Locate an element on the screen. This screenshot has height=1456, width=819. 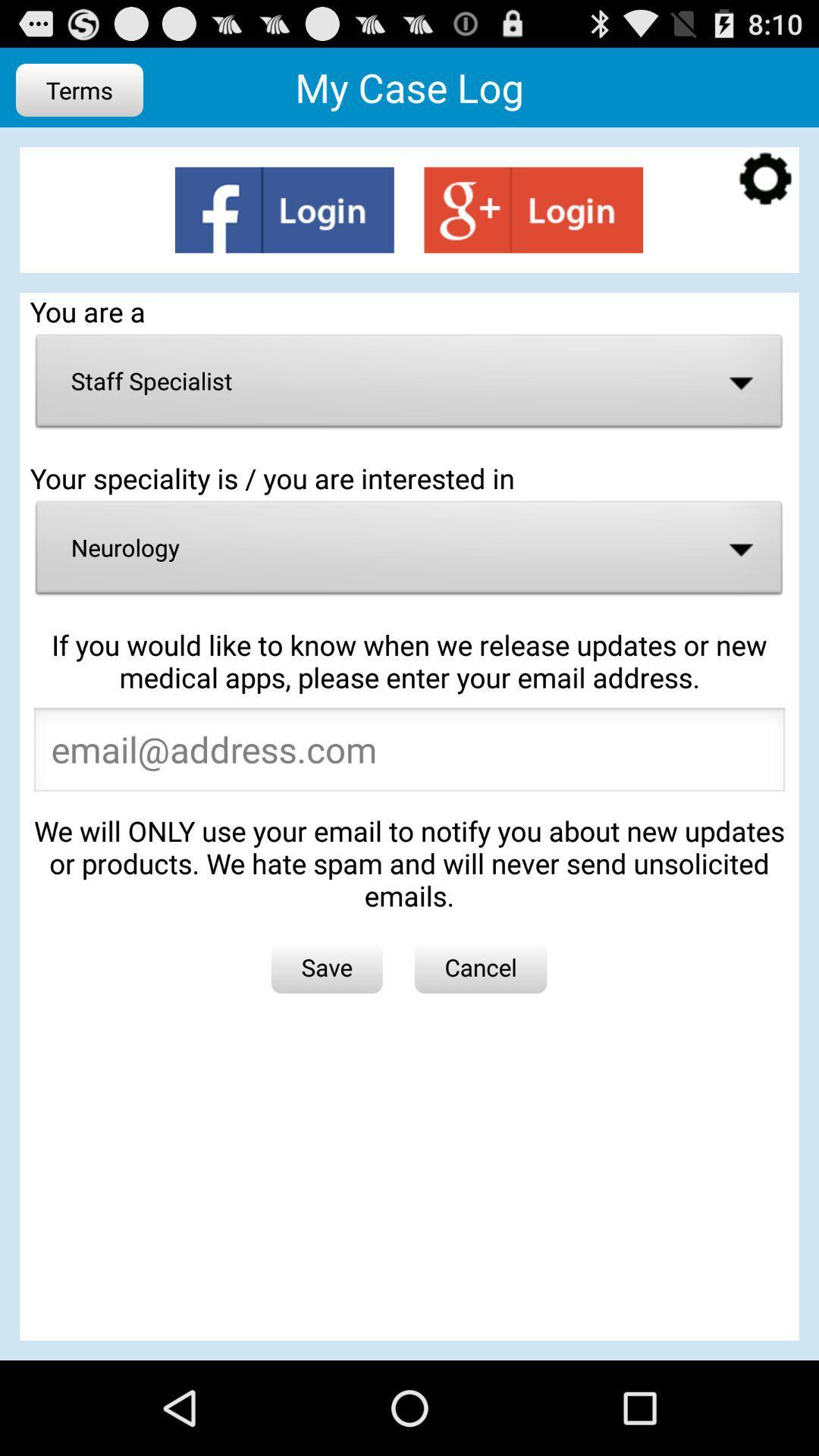
login using facebook is located at coordinates (284, 209).